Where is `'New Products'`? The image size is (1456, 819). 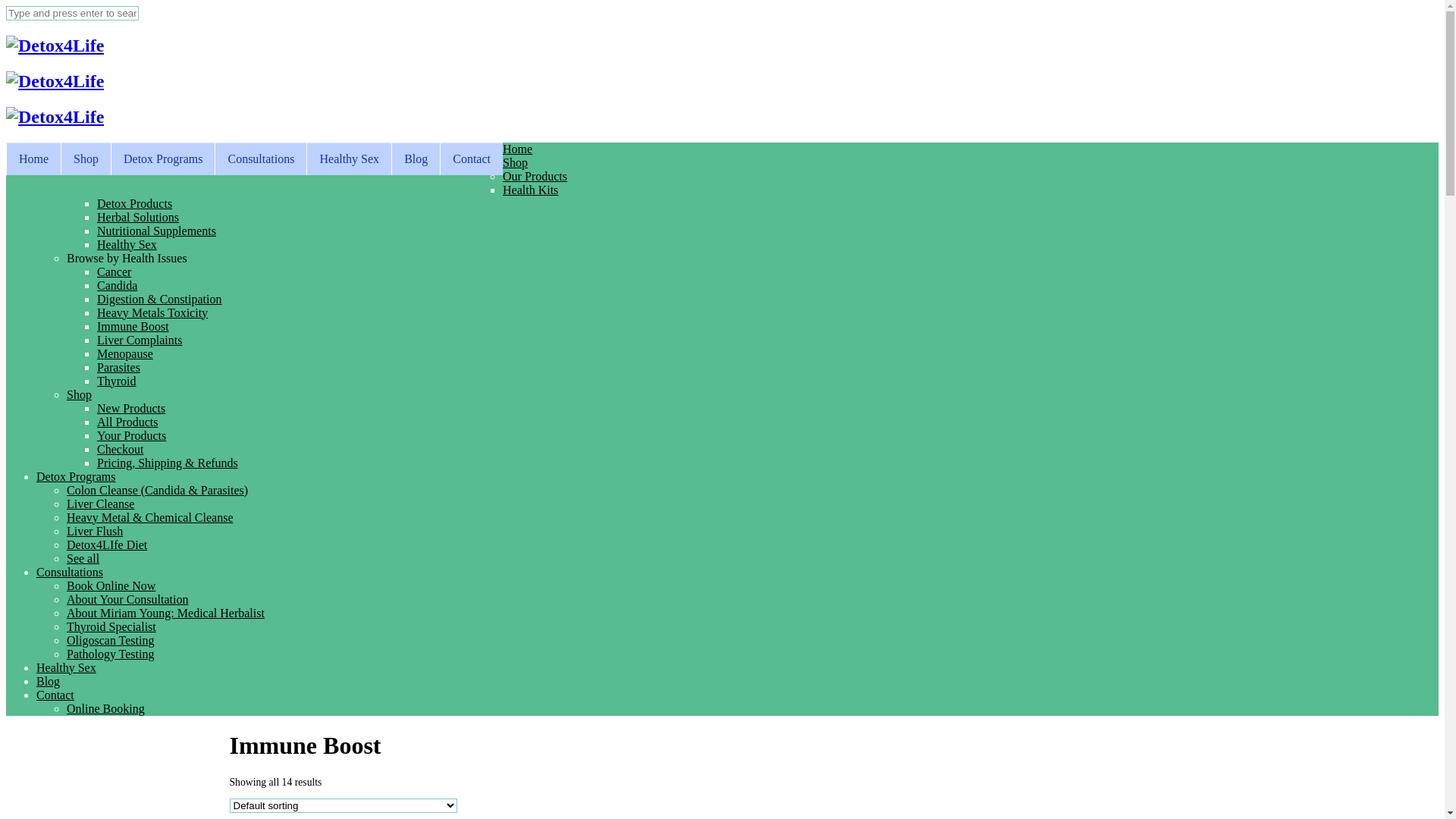 'New Products' is located at coordinates (130, 407).